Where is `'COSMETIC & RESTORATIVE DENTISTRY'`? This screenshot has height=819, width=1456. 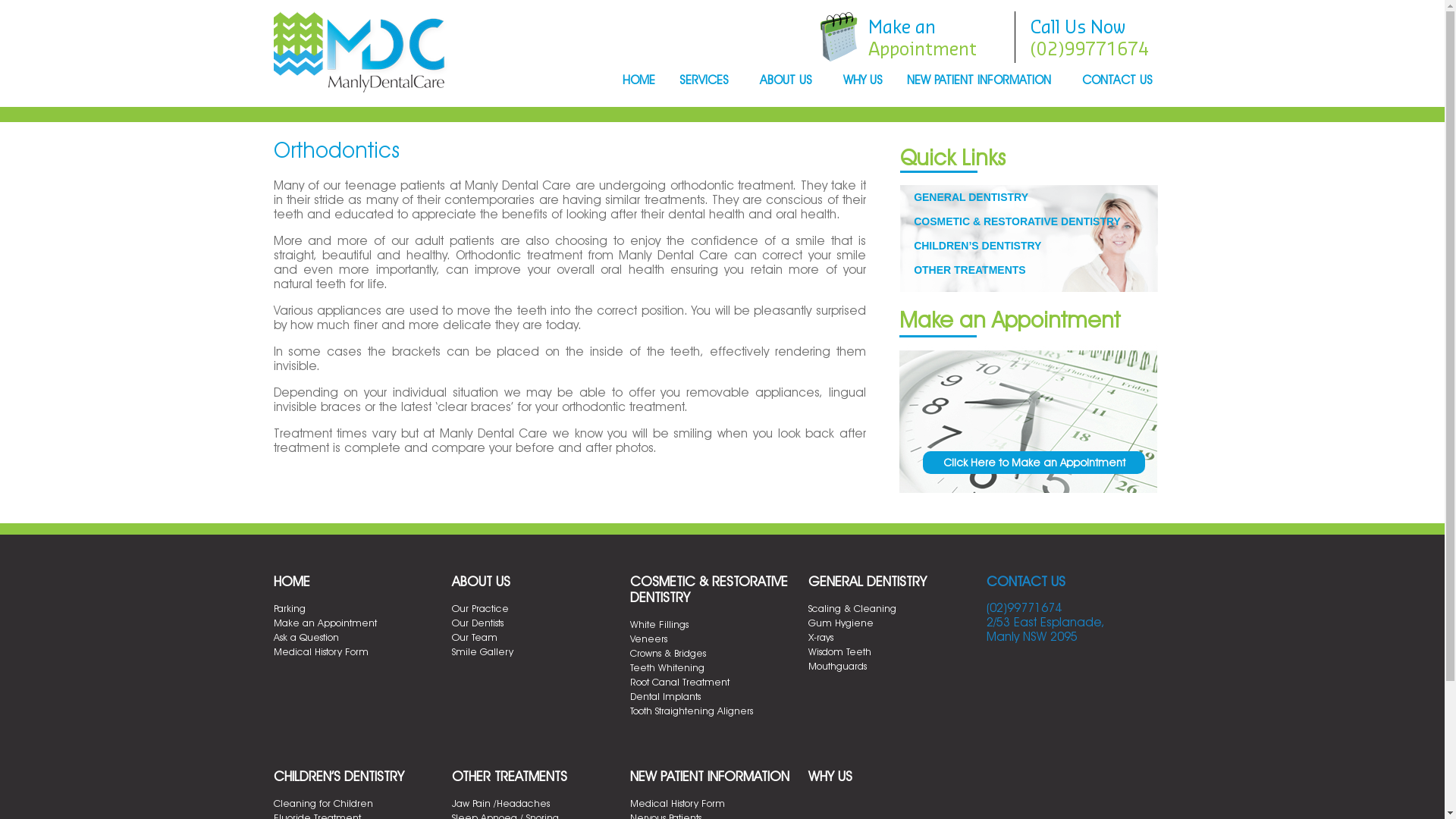 'COSMETIC & RESTORATIVE DENTISTRY' is located at coordinates (912, 221).